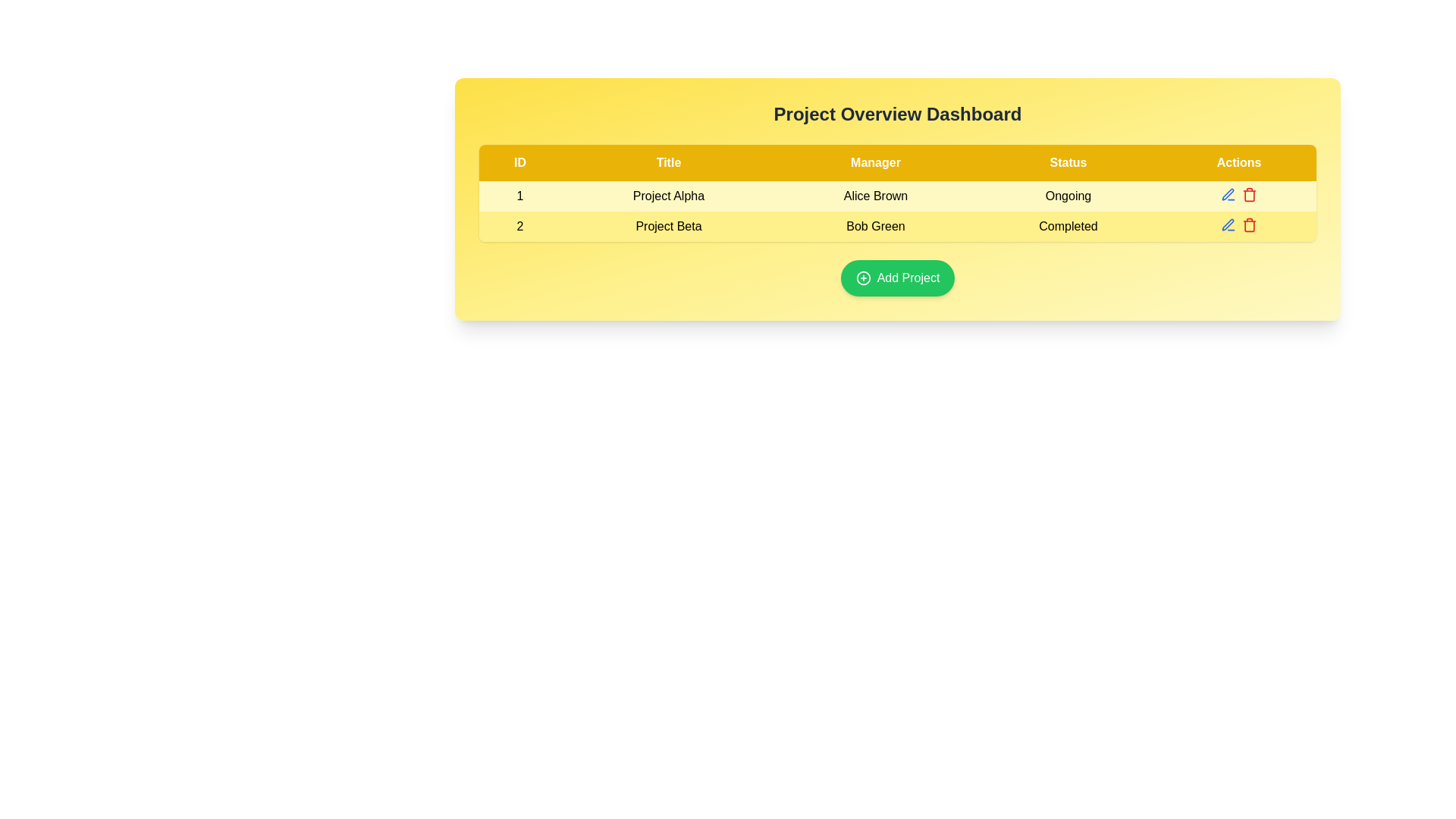  Describe the element at coordinates (520, 227) in the screenshot. I see `numeral '2' located in the first column of the second row of the table within the 'Project Overview Dashboard', which is styled in black and centered in a light yellow rectangular cell` at that location.